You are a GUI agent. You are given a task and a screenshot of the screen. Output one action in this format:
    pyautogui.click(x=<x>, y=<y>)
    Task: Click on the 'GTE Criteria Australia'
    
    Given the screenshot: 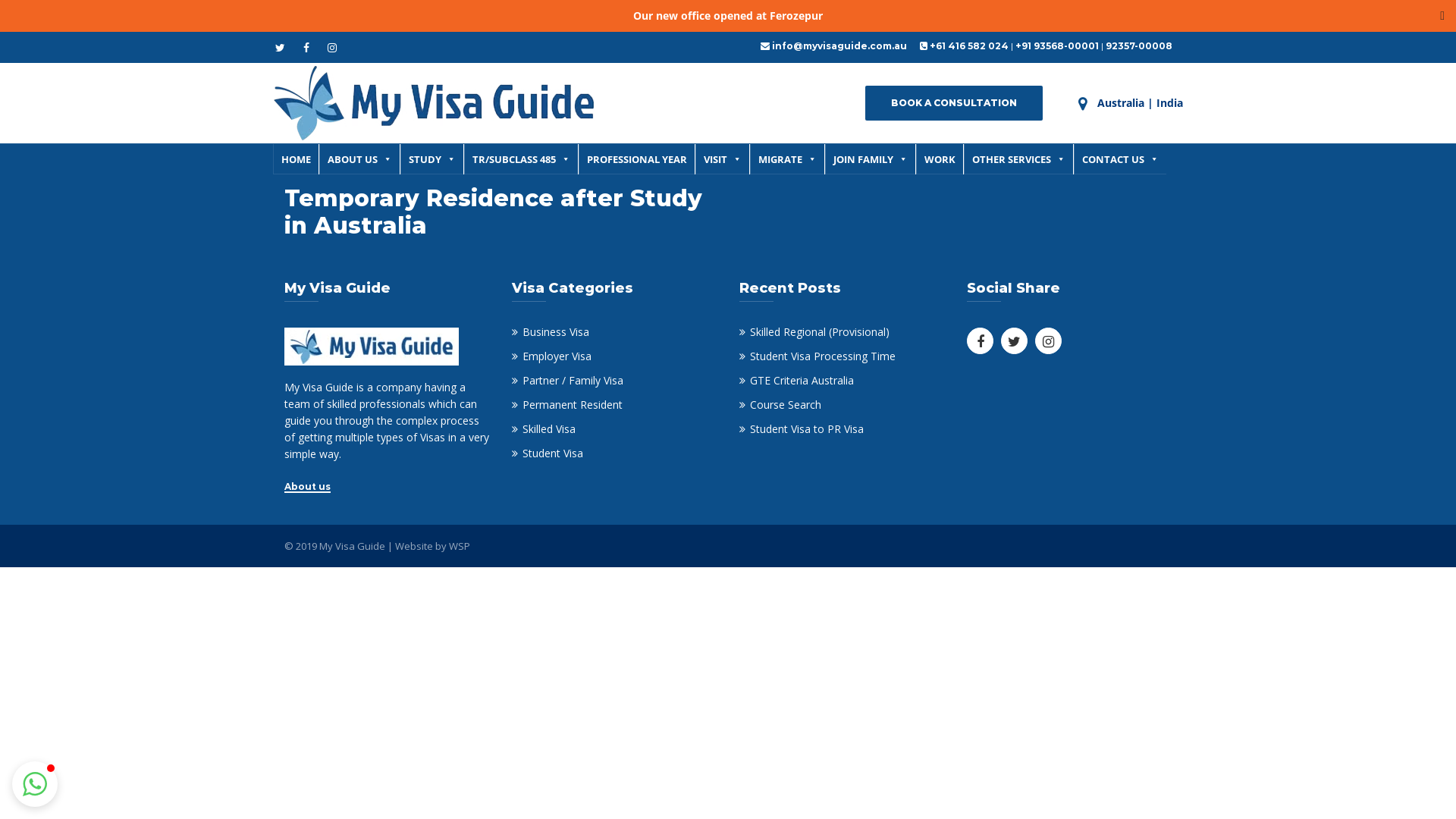 What is the action you would take?
    pyautogui.click(x=795, y=379)
    